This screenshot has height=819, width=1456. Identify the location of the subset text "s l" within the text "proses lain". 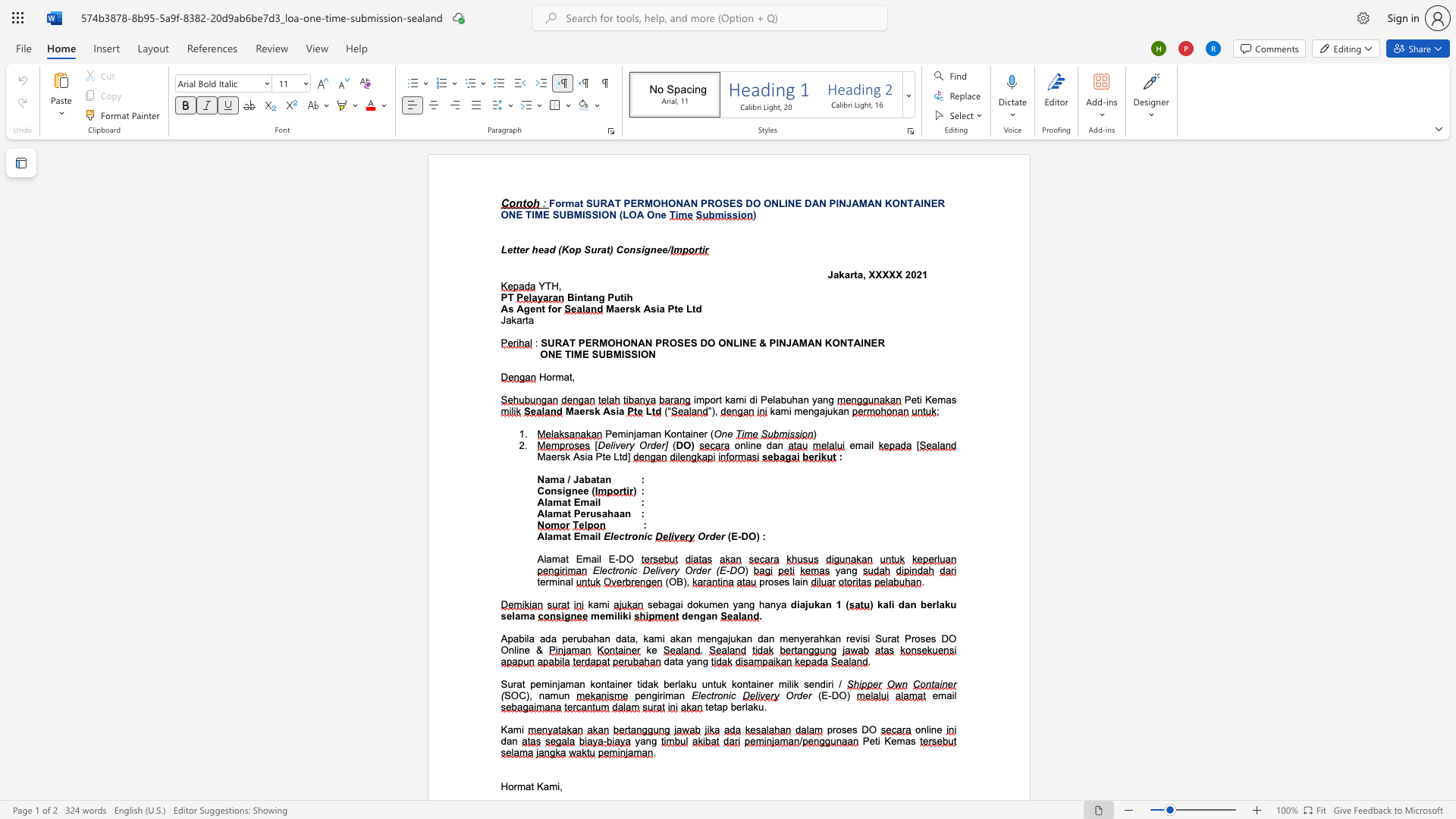
(784, 581).